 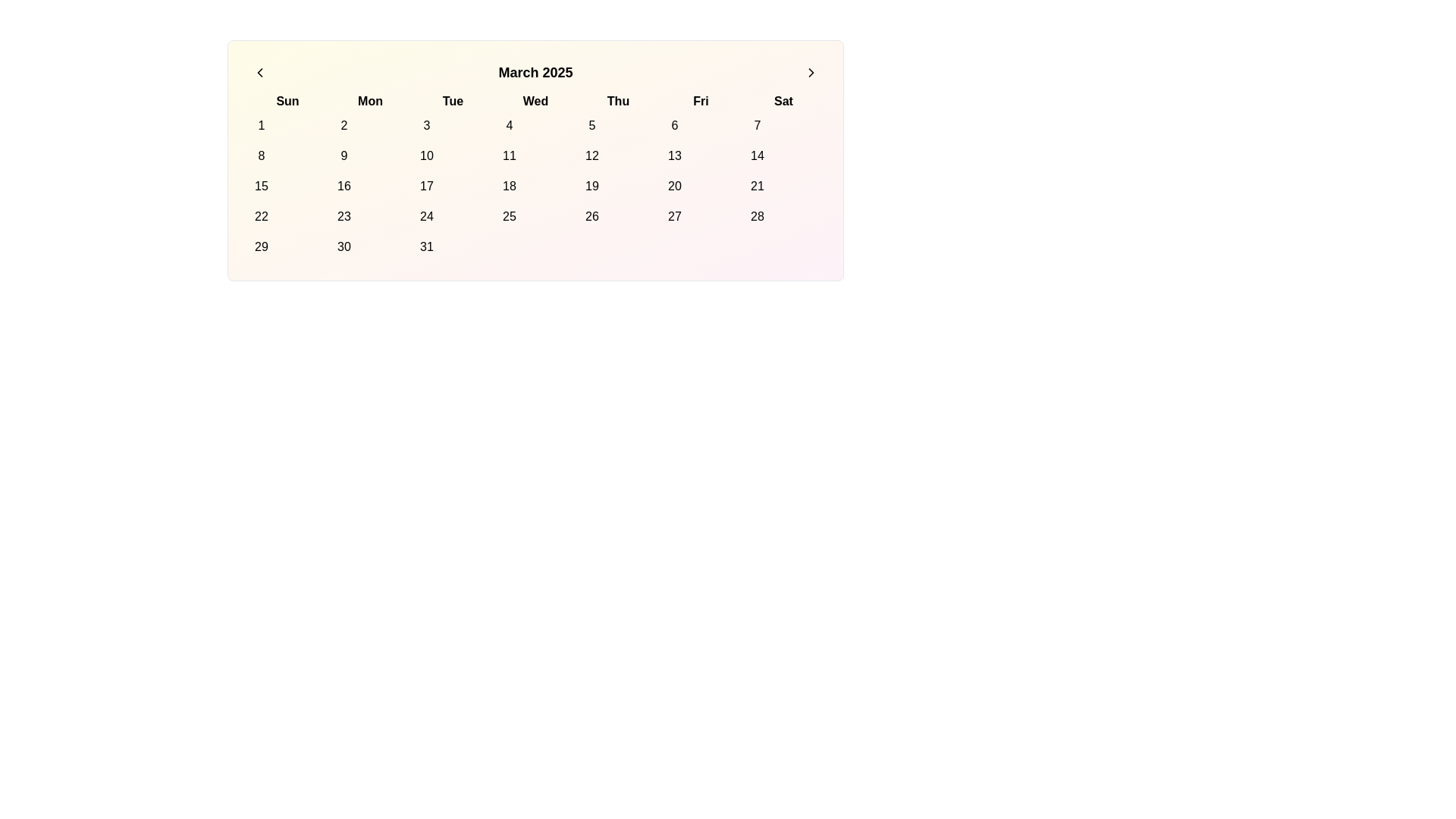 What do you see at coordinates (757, 186) in the screenshot?
I see `the circular button with a white background and the number '21' in black, located in the sixth column of the fourth row of the calendar grid, under the 'Sat' column header` at bounding box center [757, 186].